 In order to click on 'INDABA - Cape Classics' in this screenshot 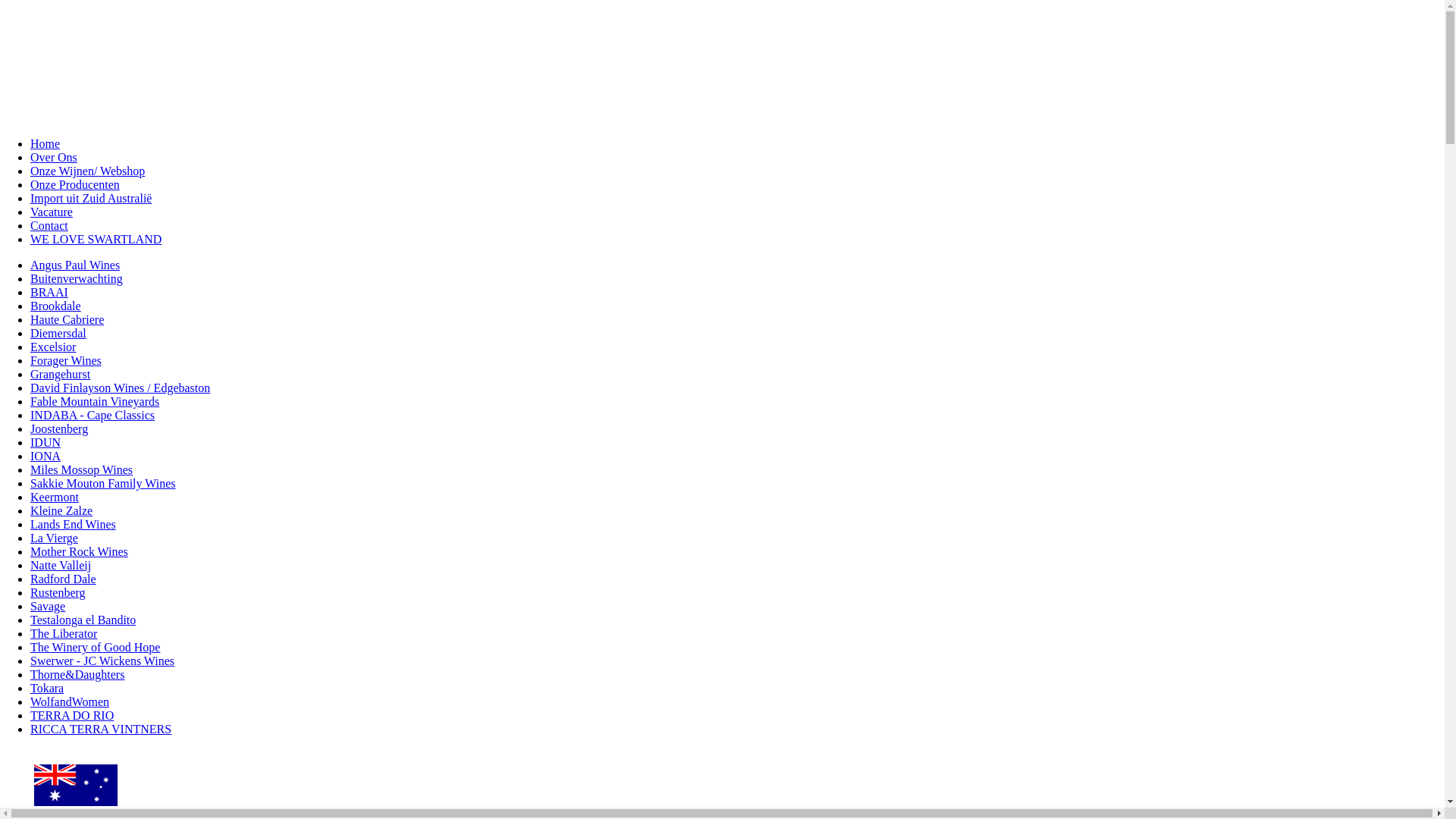, I will do `click(91, 415)`.